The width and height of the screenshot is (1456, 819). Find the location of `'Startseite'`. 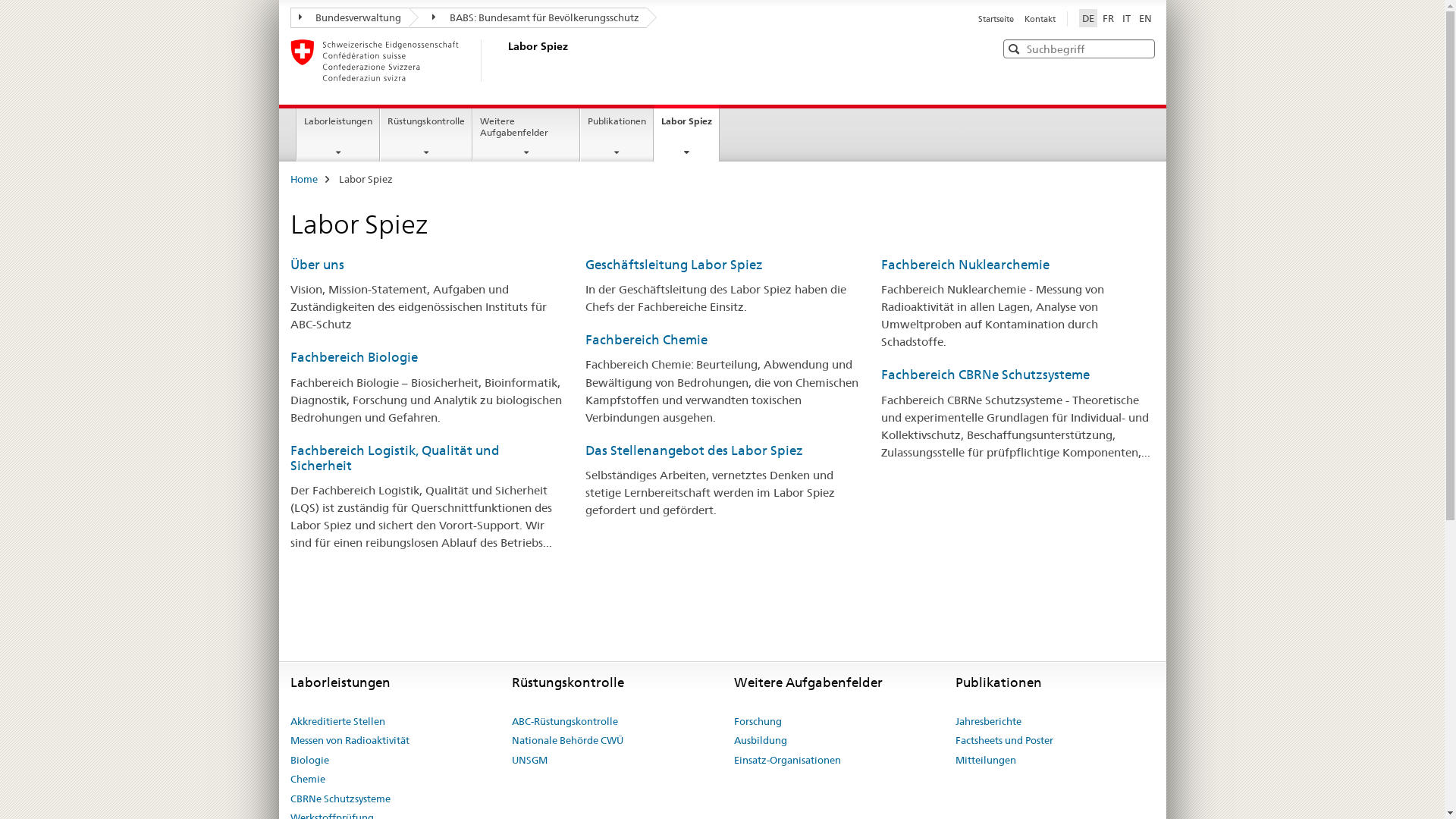

'Startseite' is located at coordinates (978, 18).